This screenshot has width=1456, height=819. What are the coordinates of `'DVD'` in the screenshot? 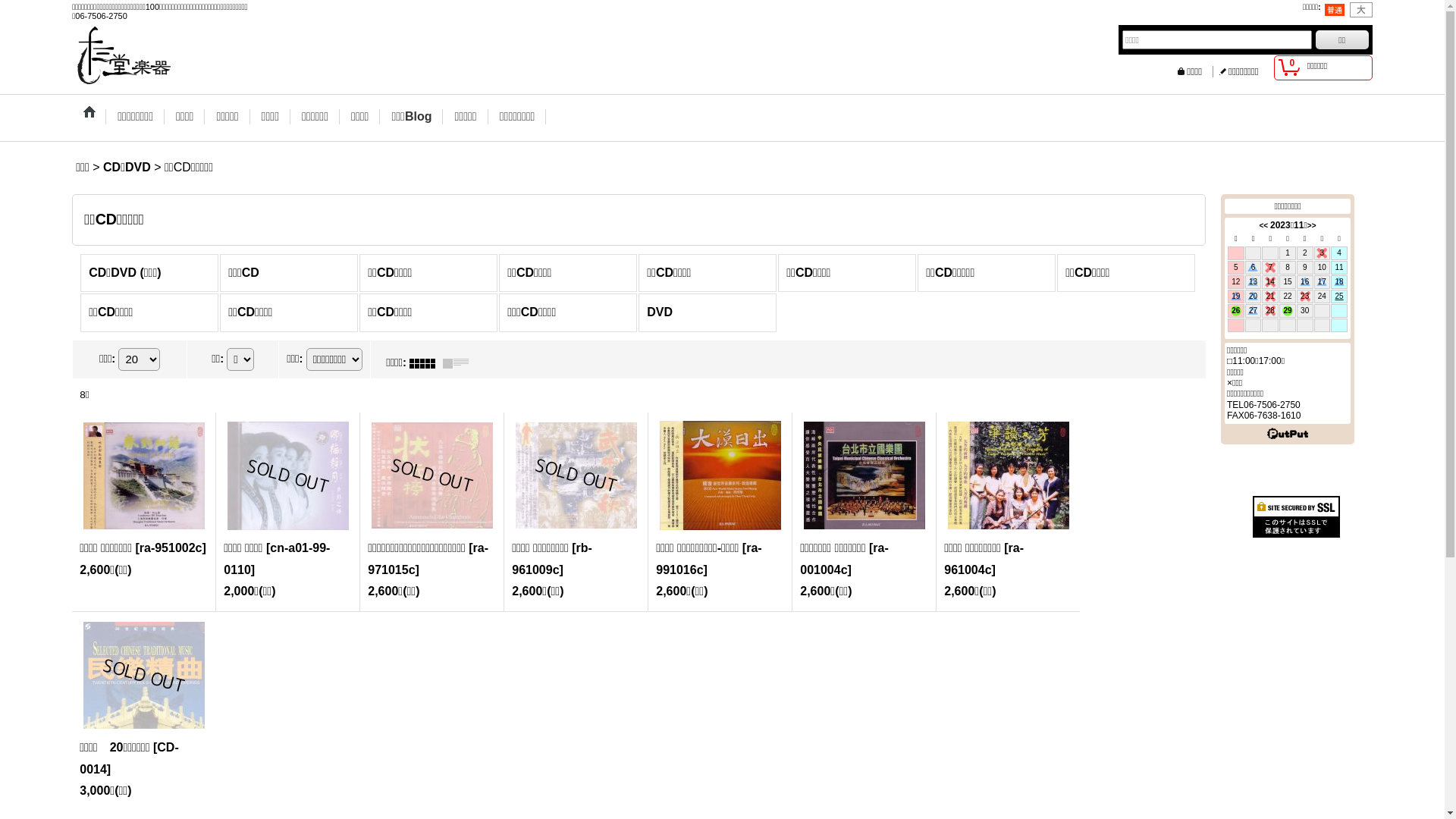 It's located at (638, 312).